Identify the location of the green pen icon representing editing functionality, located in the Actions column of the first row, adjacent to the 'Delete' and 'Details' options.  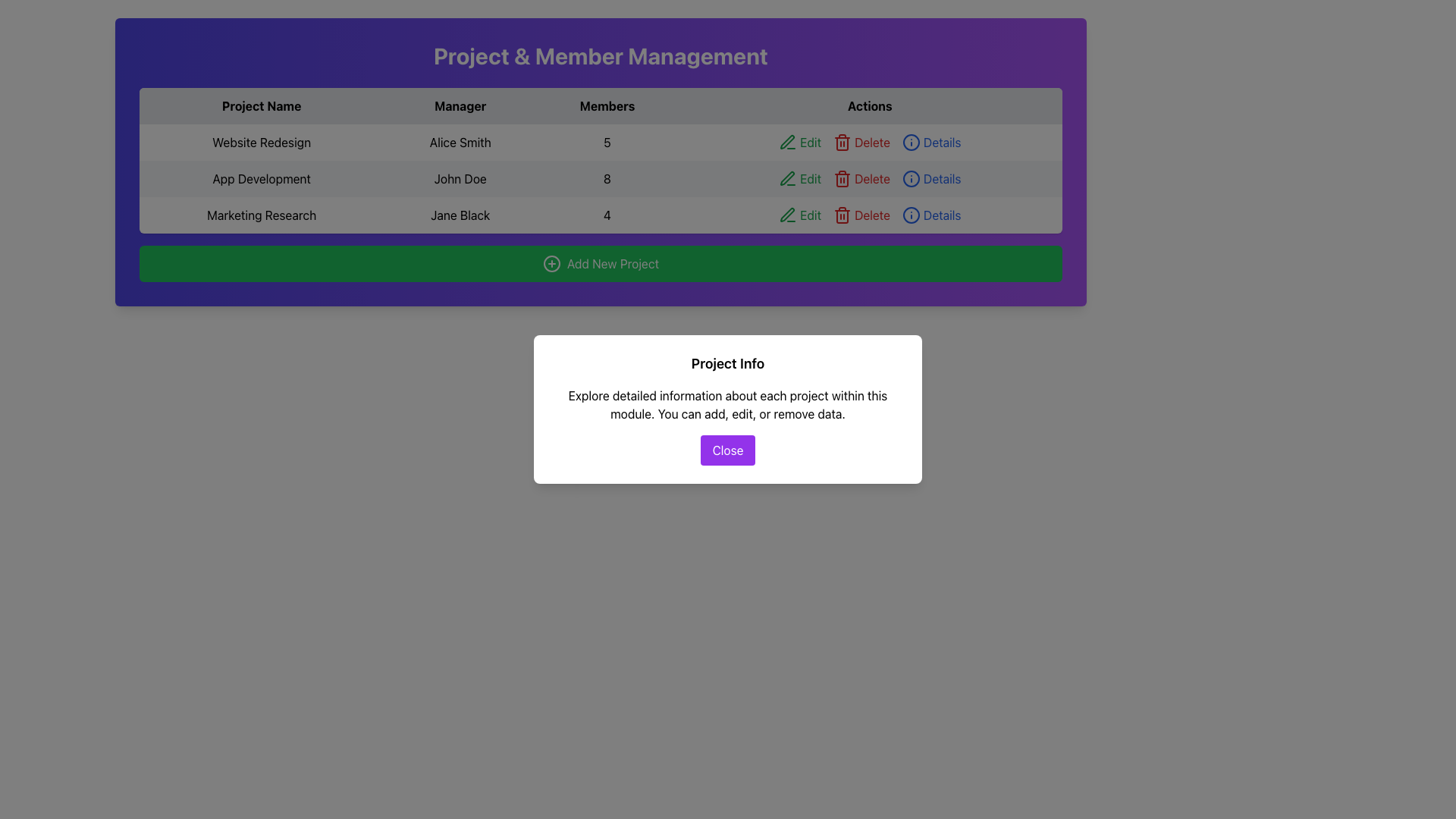
(788, 143).